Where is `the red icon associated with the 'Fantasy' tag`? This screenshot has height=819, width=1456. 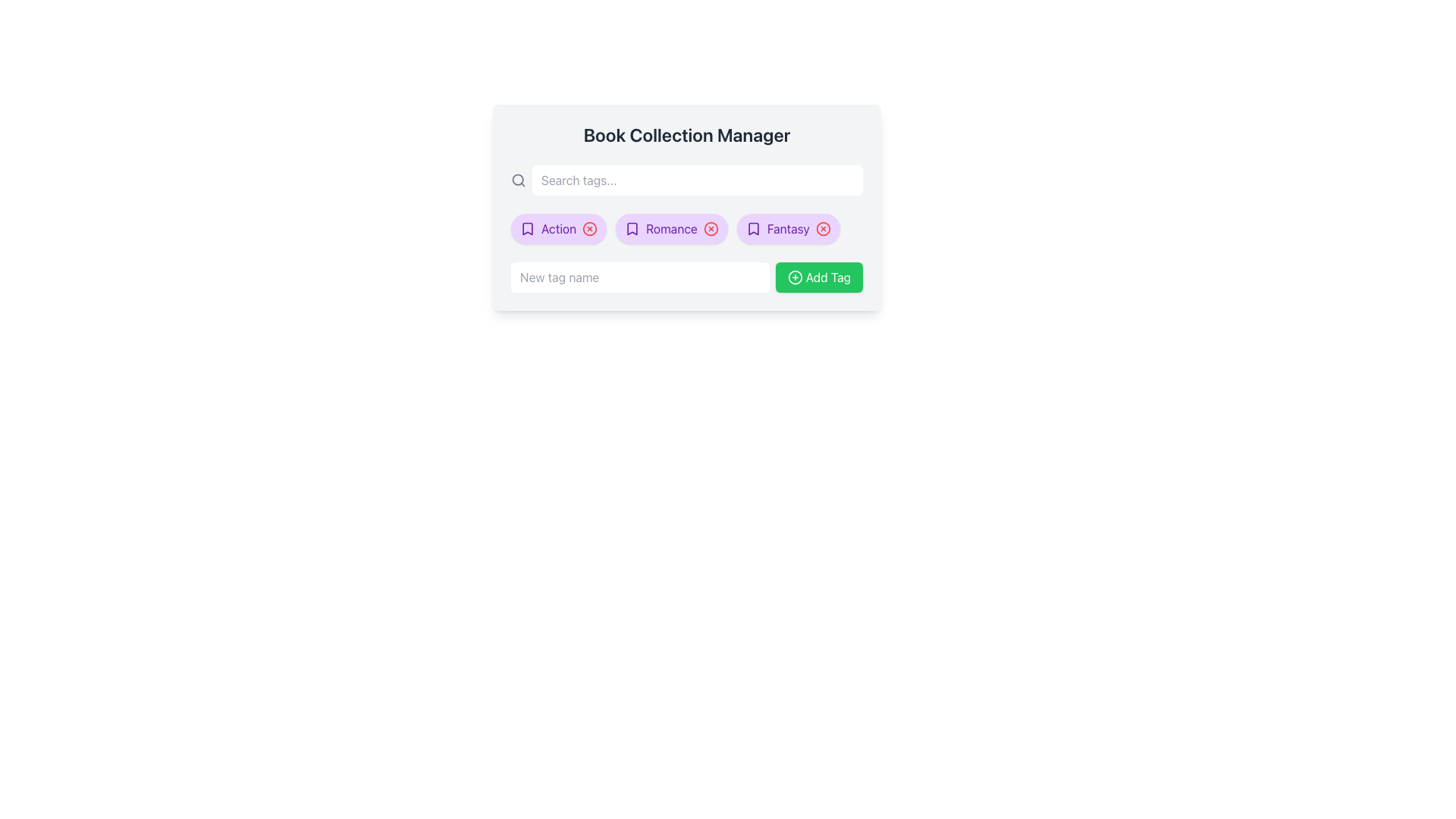 the red icon associated with the 'Fantasy' tag is located at coordinates (788, 228).